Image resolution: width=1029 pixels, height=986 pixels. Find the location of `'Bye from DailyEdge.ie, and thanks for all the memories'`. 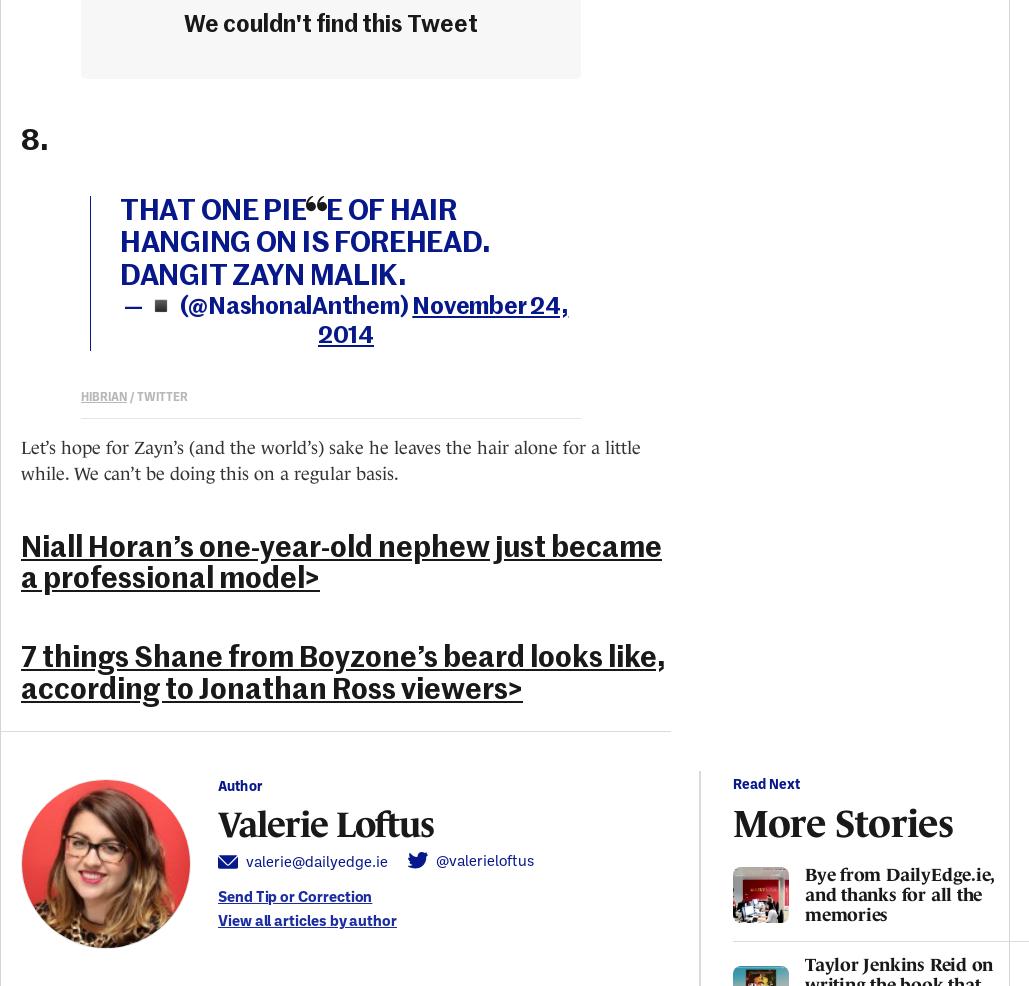

'Bye from DailyEdge.ie, and thanks for all the memories' is located at coordinates (899, 893).